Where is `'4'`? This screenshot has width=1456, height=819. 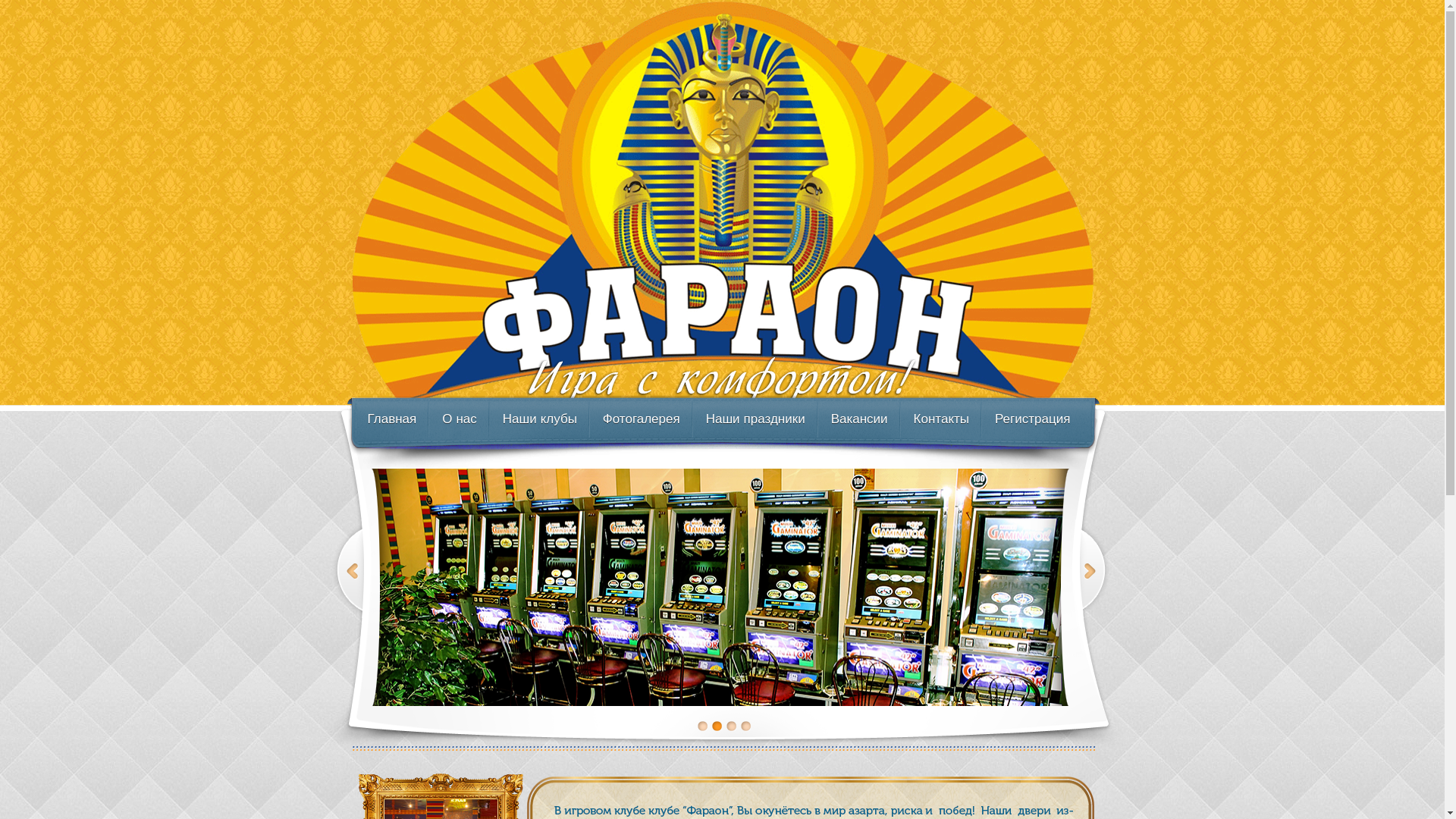 '4' is located at coordinates (744, 725).